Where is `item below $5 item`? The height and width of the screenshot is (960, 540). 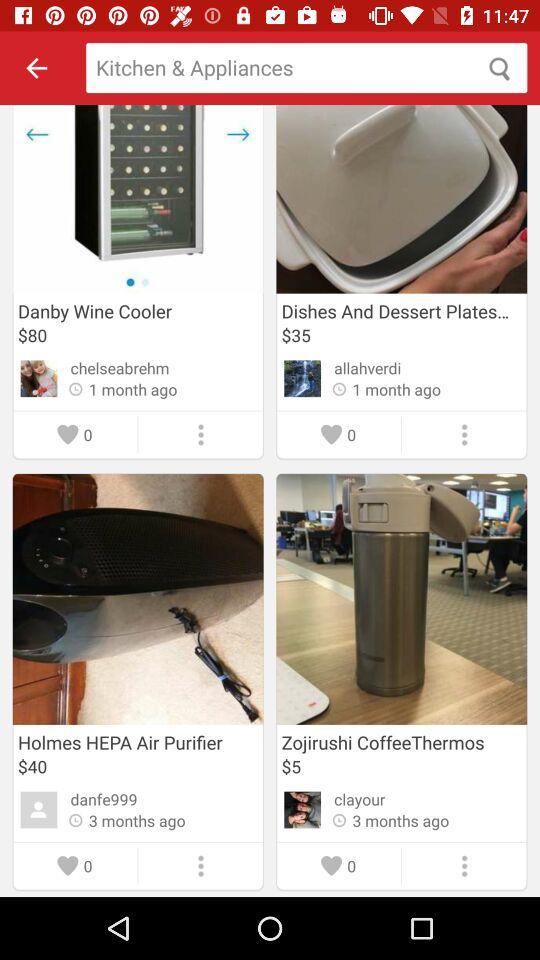
item below $5 item is located at coordinates (358, 799).